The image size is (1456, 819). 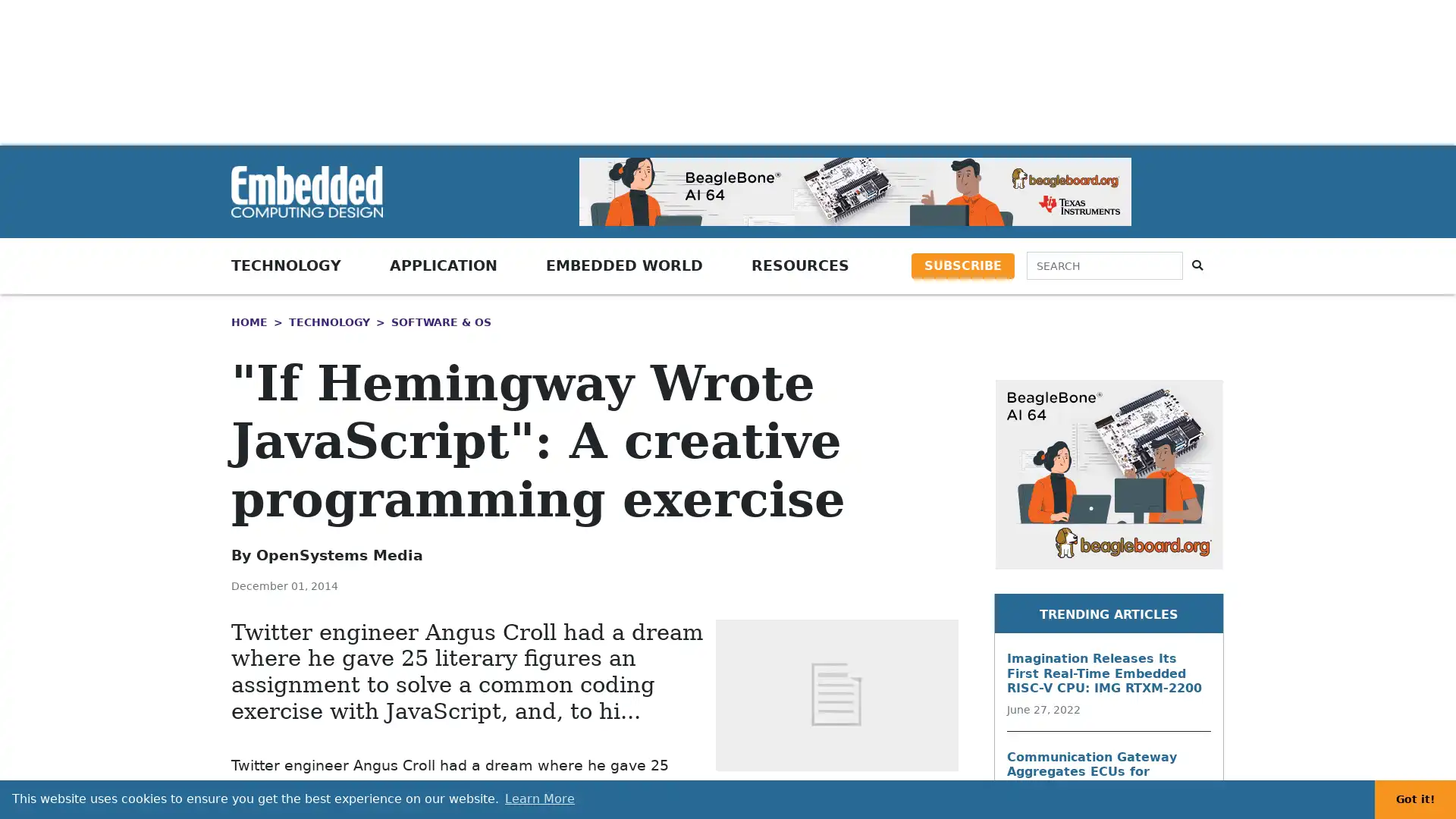 What do you see at coordinates (273, 564) in the screenshot?
I see `Share to LinkedIn LinkedIn` at bounding box center [273, 564].